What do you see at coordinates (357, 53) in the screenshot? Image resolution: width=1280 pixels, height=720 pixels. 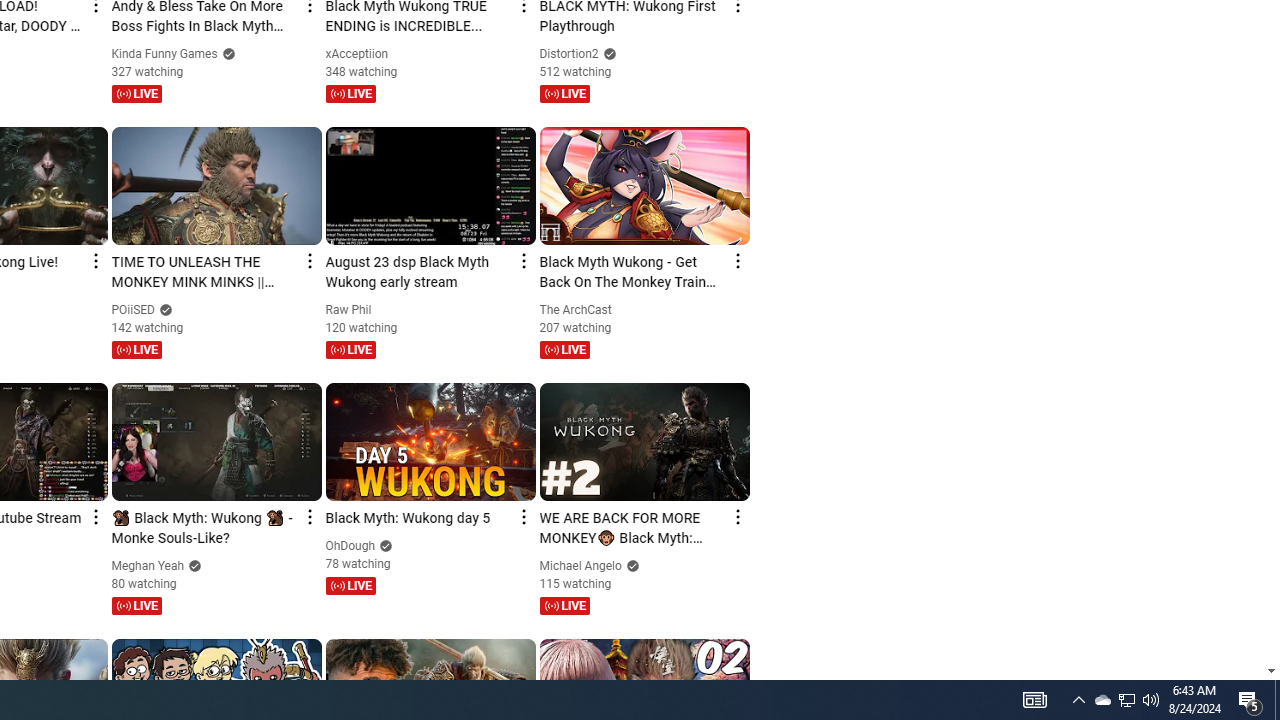 I see `'xAcceptiion'` at bounding box center [357, 53].